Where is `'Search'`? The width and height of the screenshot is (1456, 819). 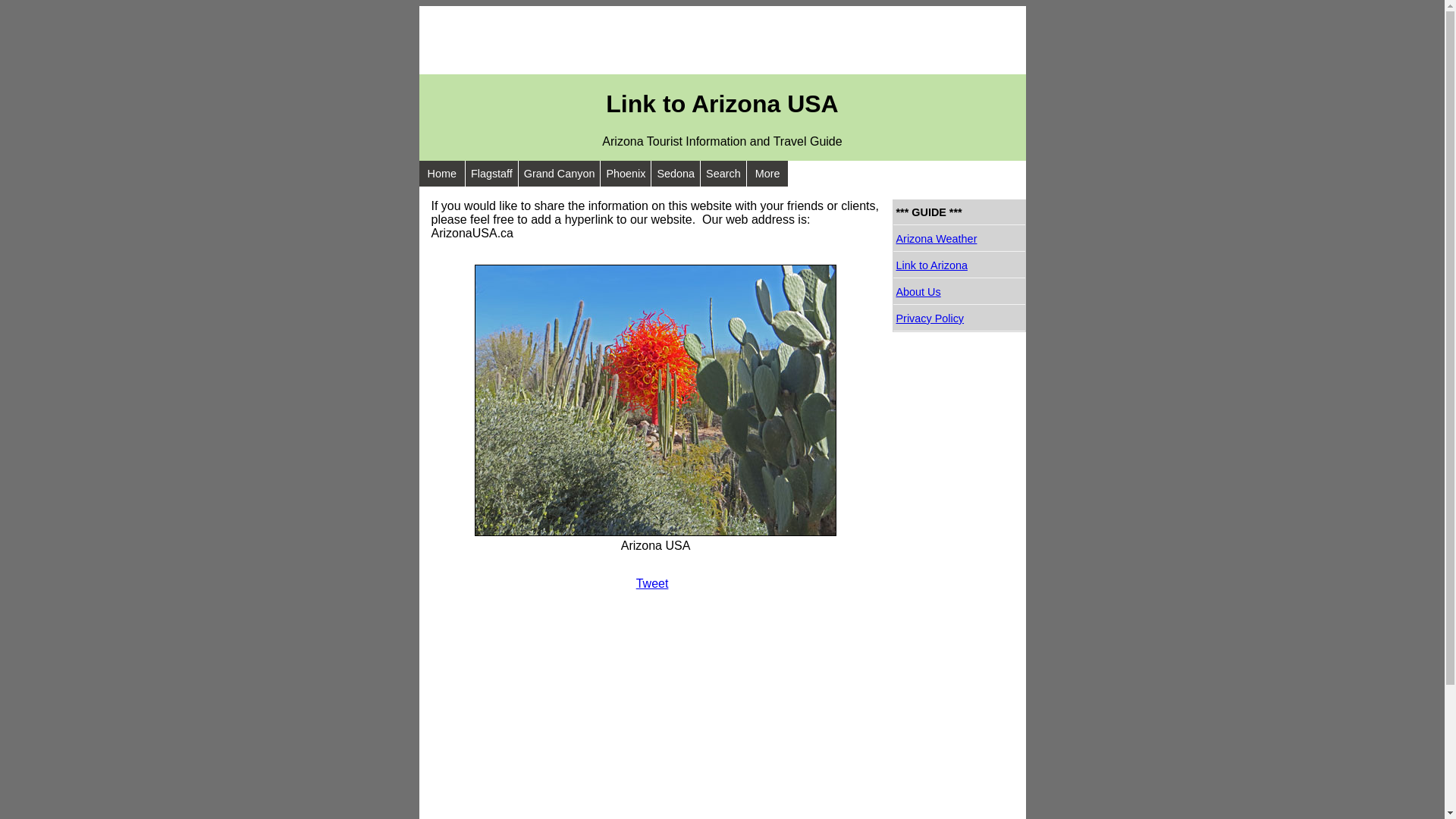
'Search' is located at coordinates (723, 172).